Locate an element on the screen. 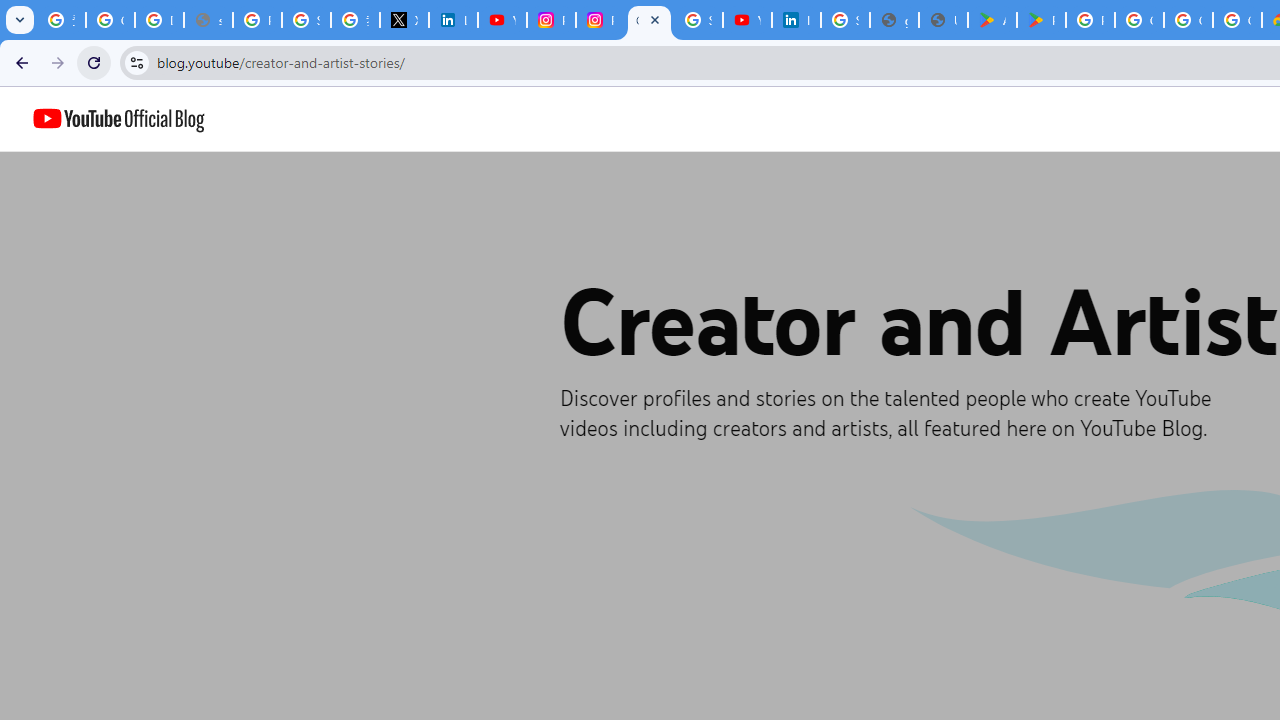 The width and height of the screenshot is (1280, 720). 'support.google.com - Network error' is located at coordinates (208, 20).